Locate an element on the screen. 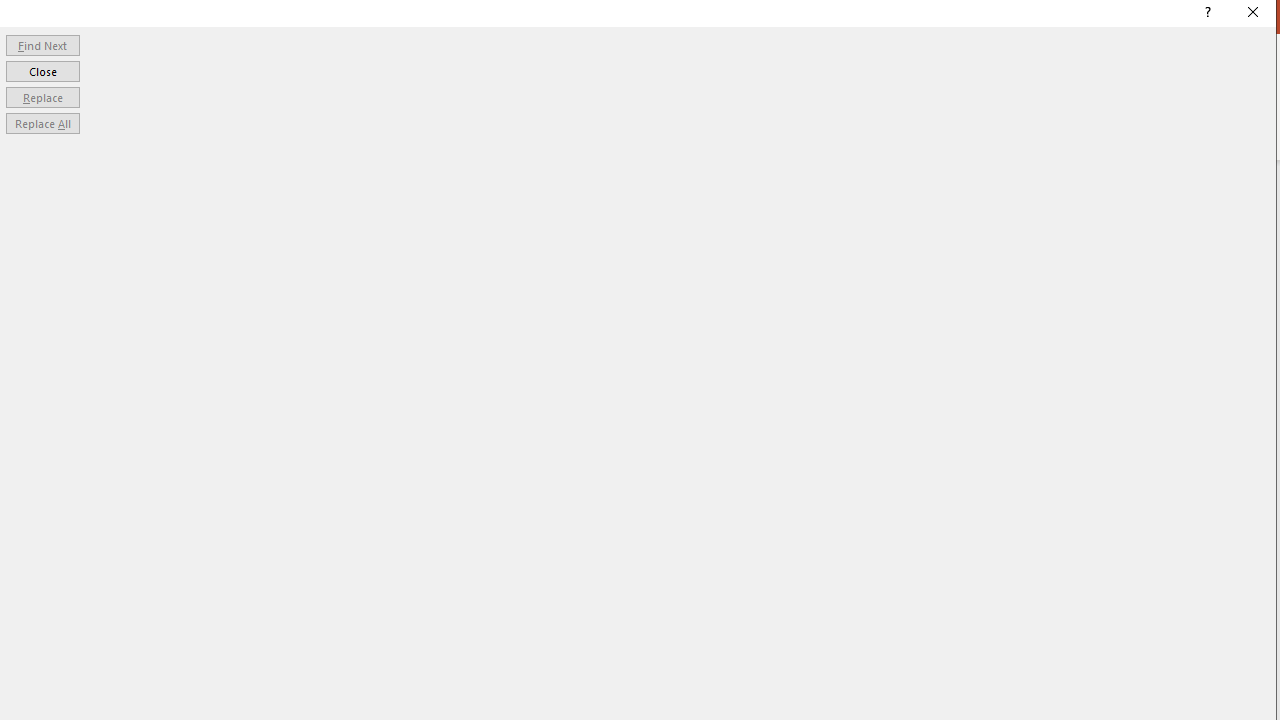 Image resolution: width=1280 pixels, height=720 pixels. 'Replace All' is located at coordinates (42, 123).